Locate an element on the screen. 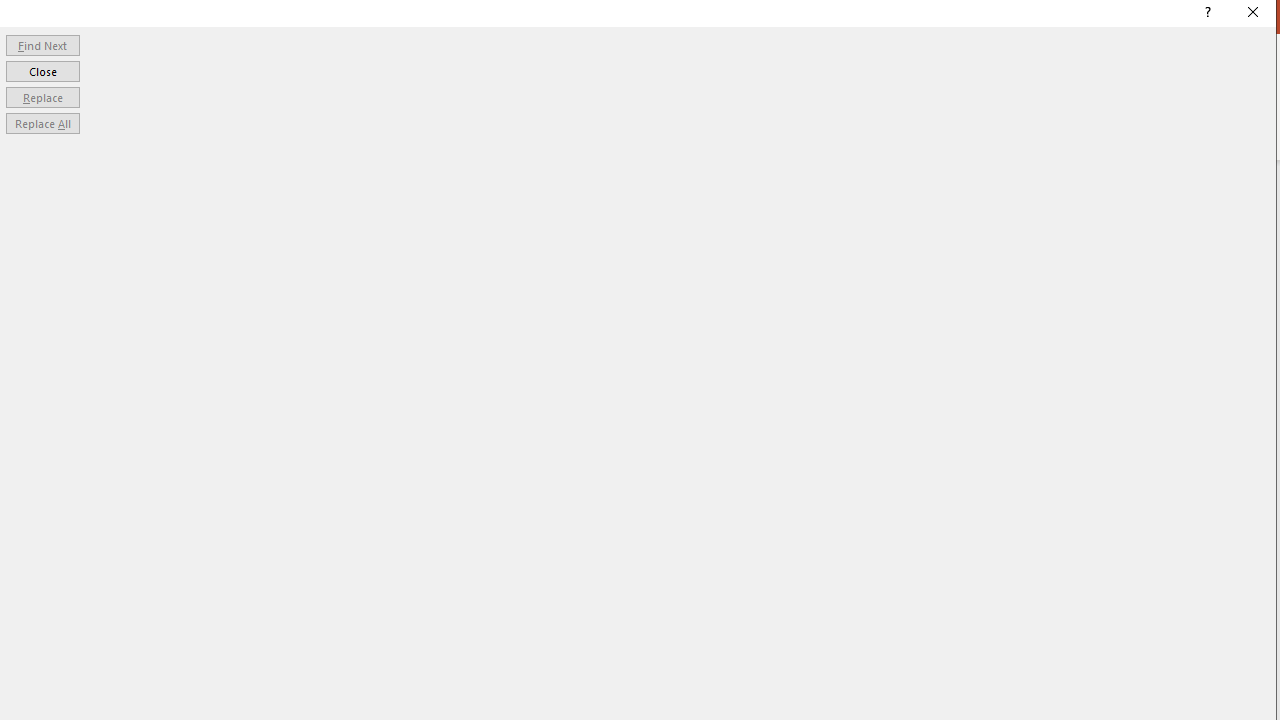 Image resolution: width=1280 pixels, height=720 pixels. 'Replace All' is located at coordinates (42, 123).